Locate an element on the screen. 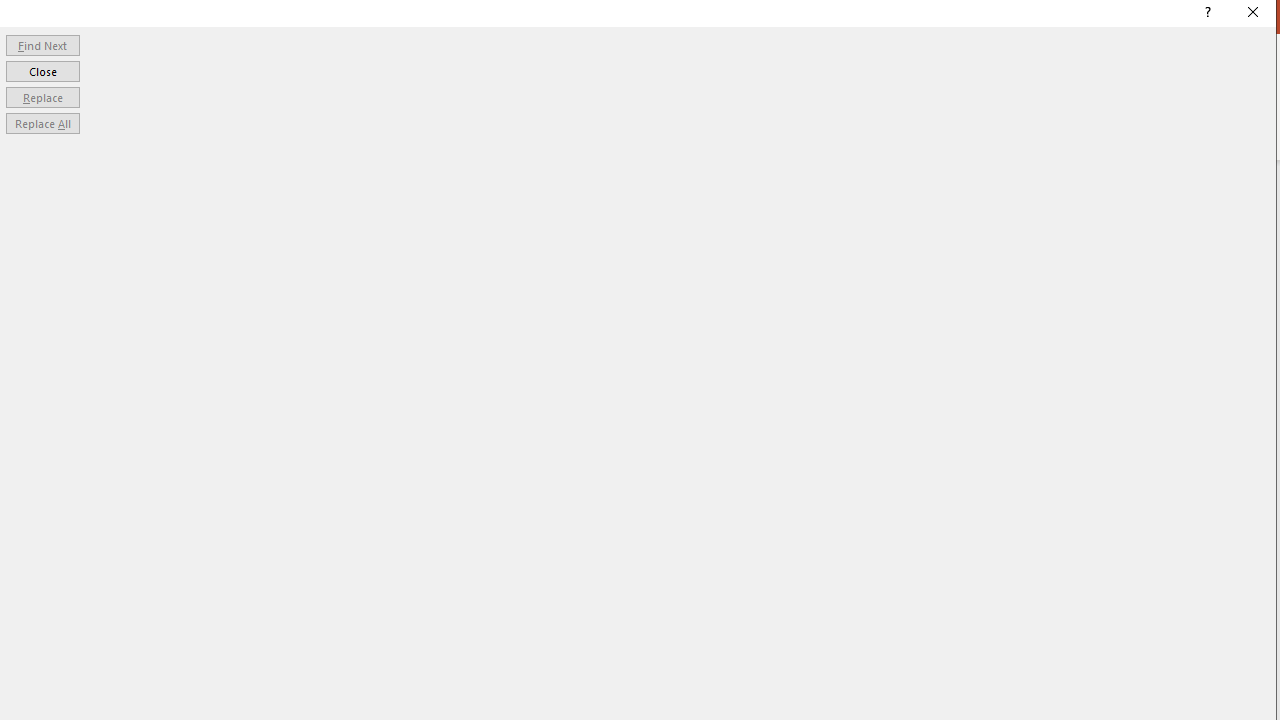 Image resolution: width=1280 pixels, height=720 pixels. 'Replace All' is located at coordinates (42, 123).